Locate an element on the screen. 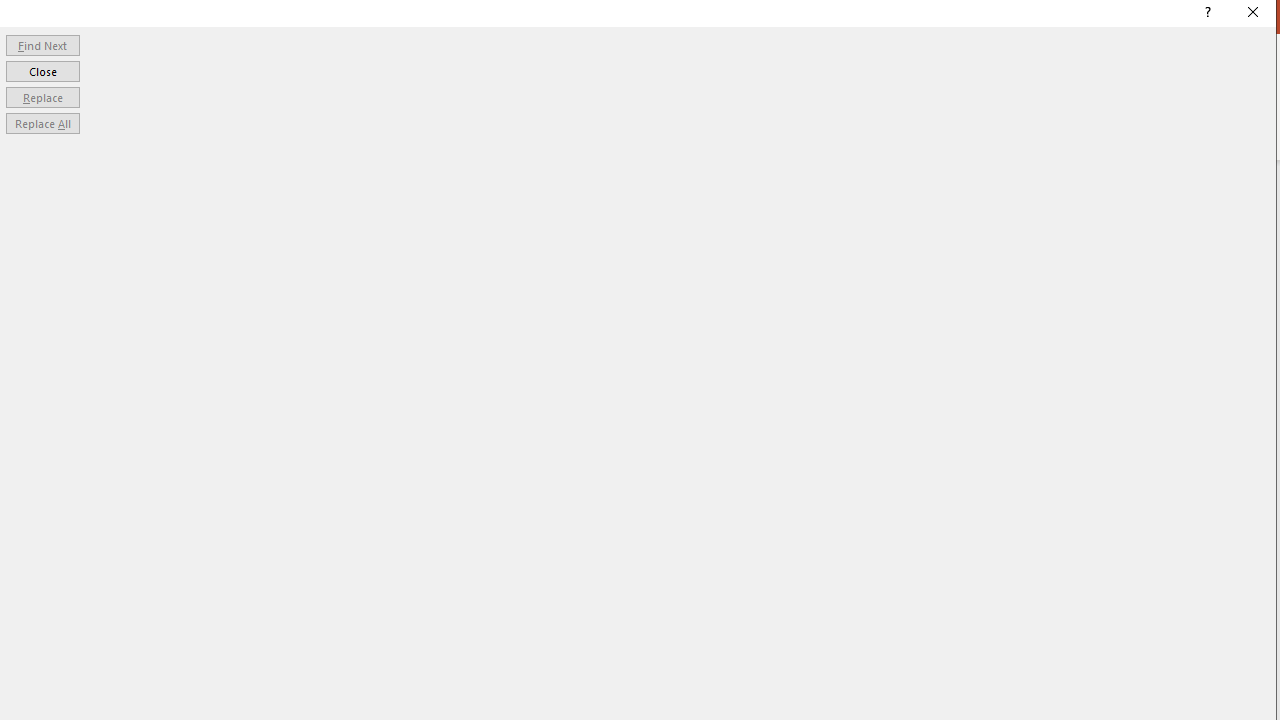 Image resolution: width=1280 pixels, height=720 pixels. 'Replace All' is located at coordinates (42, 123).